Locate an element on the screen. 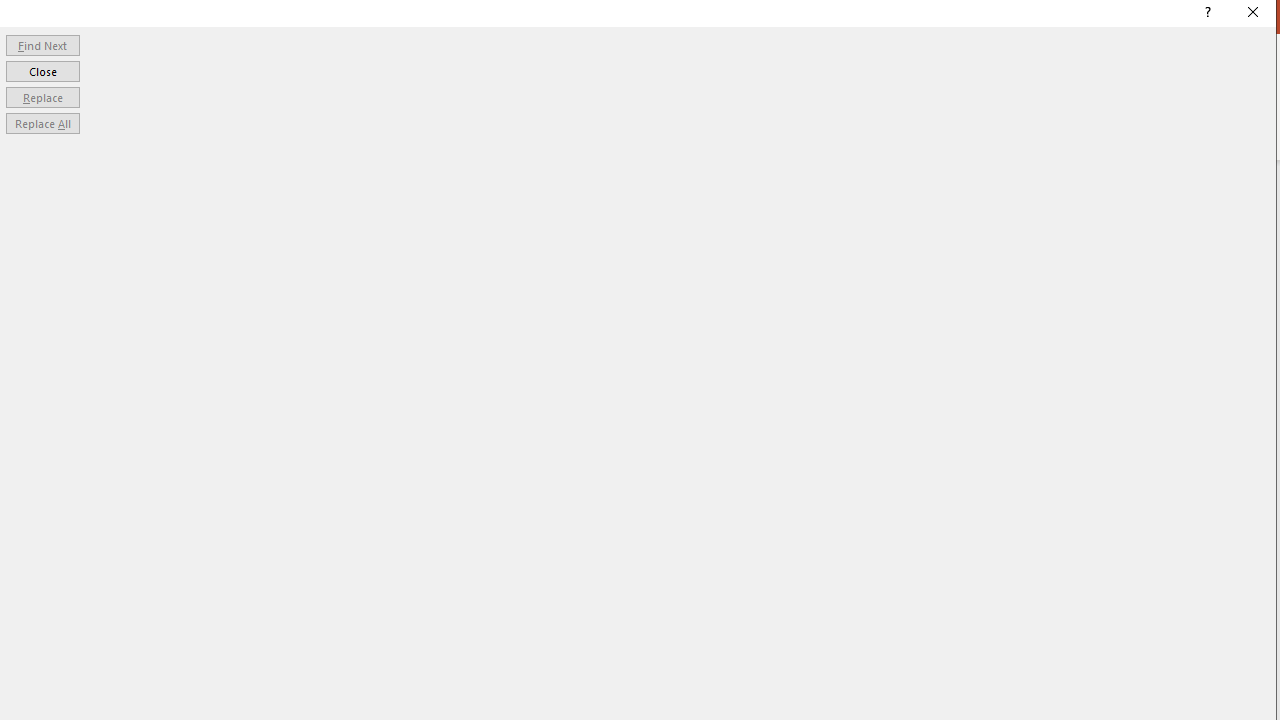 Image resolution: width=1280 pixels, height=720 pixels. 'Replace All' is located at coordinates (42, 123).